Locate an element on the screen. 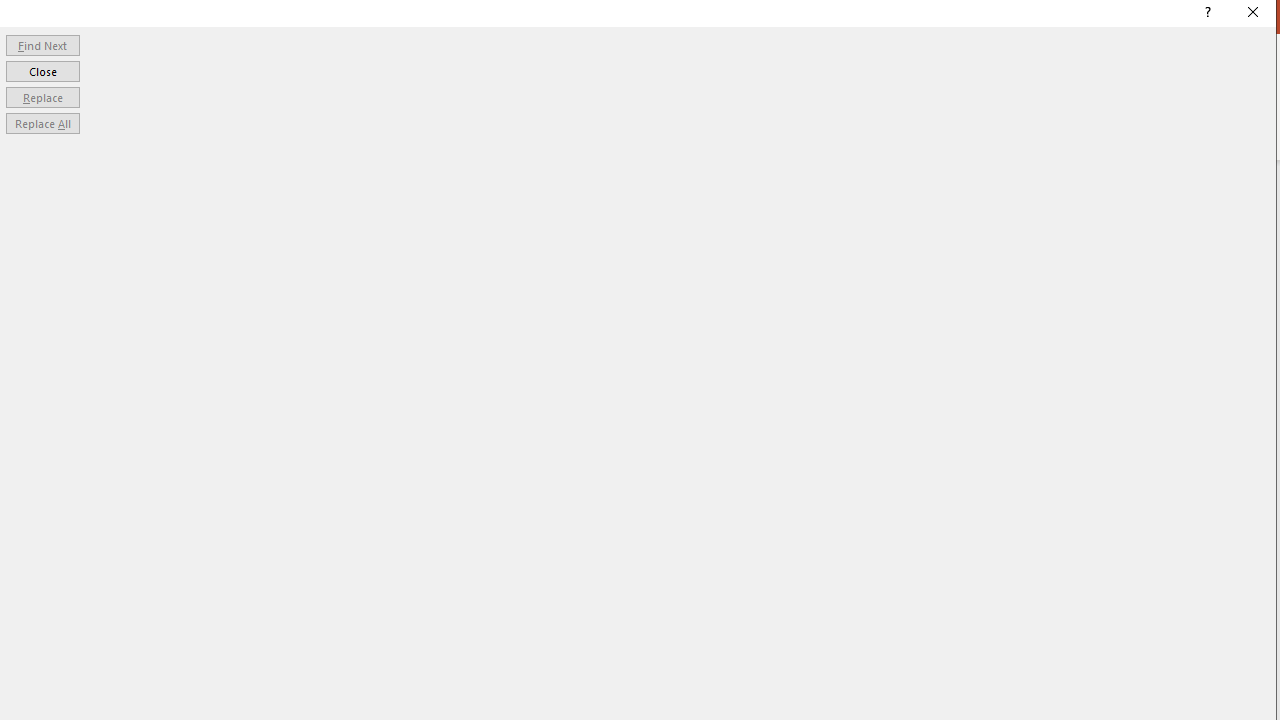 Image resolution: width=1280 pixels, height=720 pixels. 'Replace All' is located at coordinates (42, 123).